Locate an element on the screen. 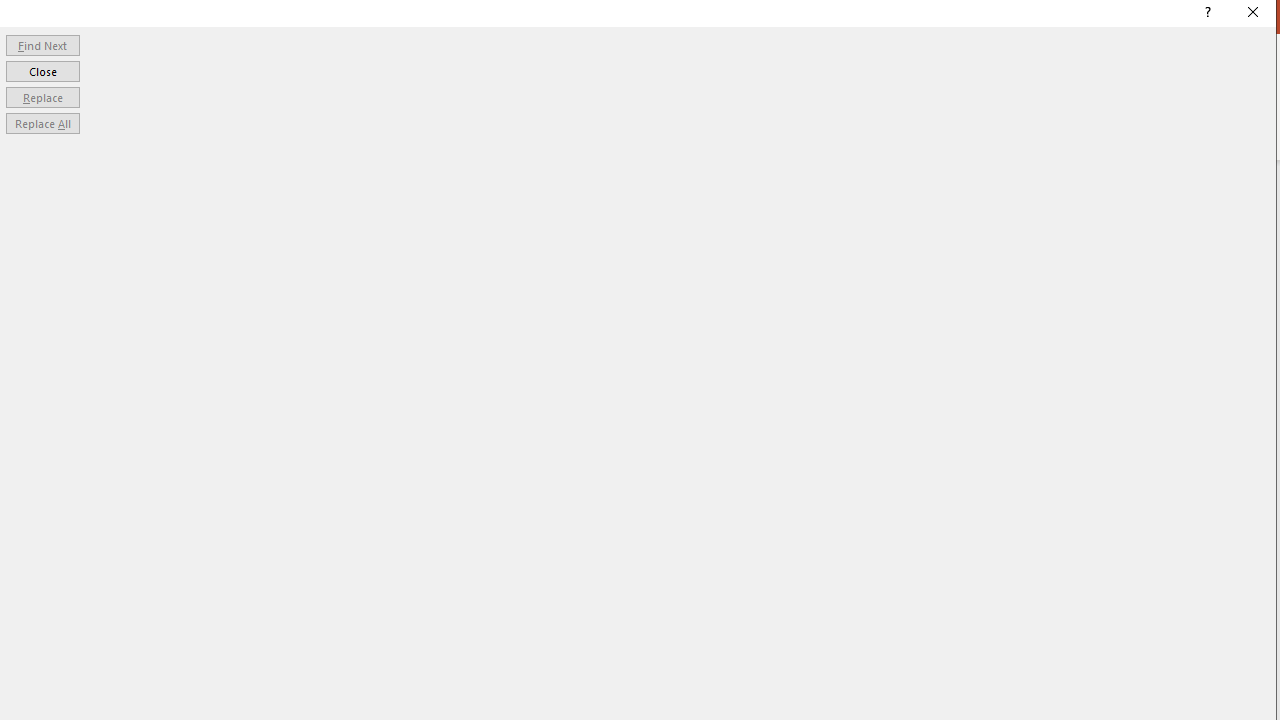 Image resolution: width=1280 pixels, height=720 pixels. 'Replace All' is located at coordinates (42, 123).